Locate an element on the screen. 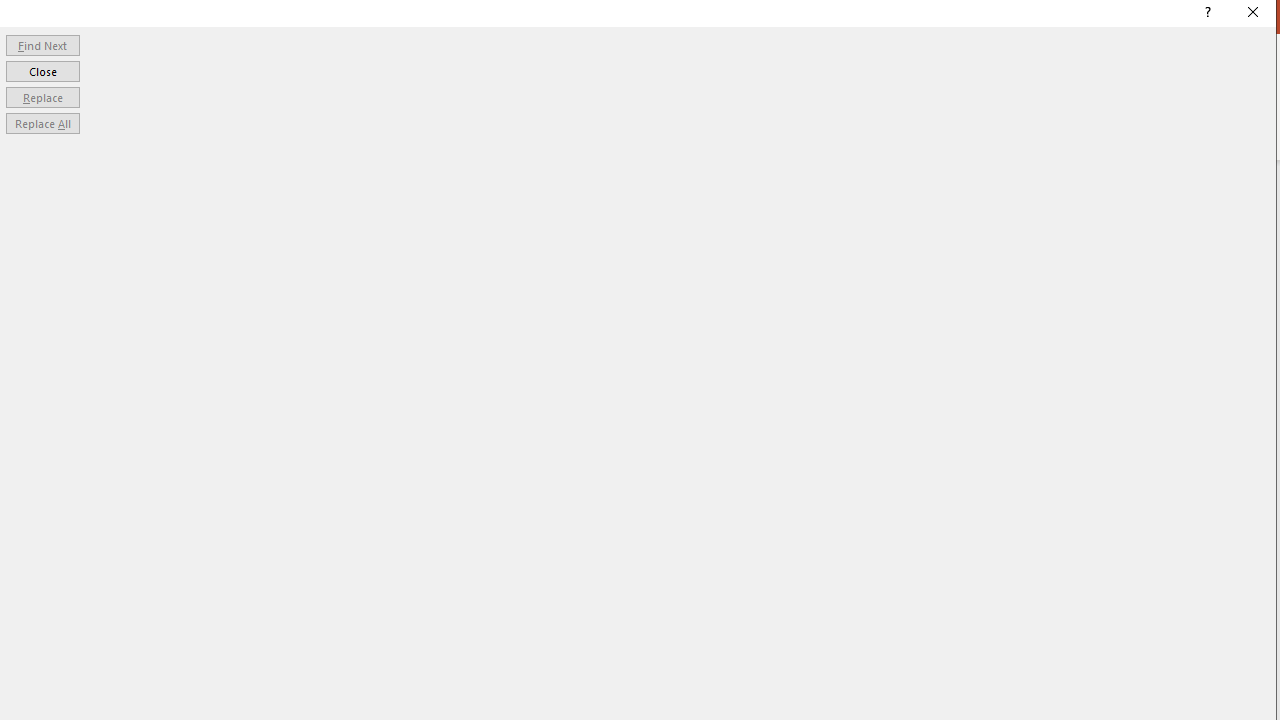 Image resolution: width=1280 pixels, height=720 pixels. 'Replace All' is located at coordinates (42, 123).